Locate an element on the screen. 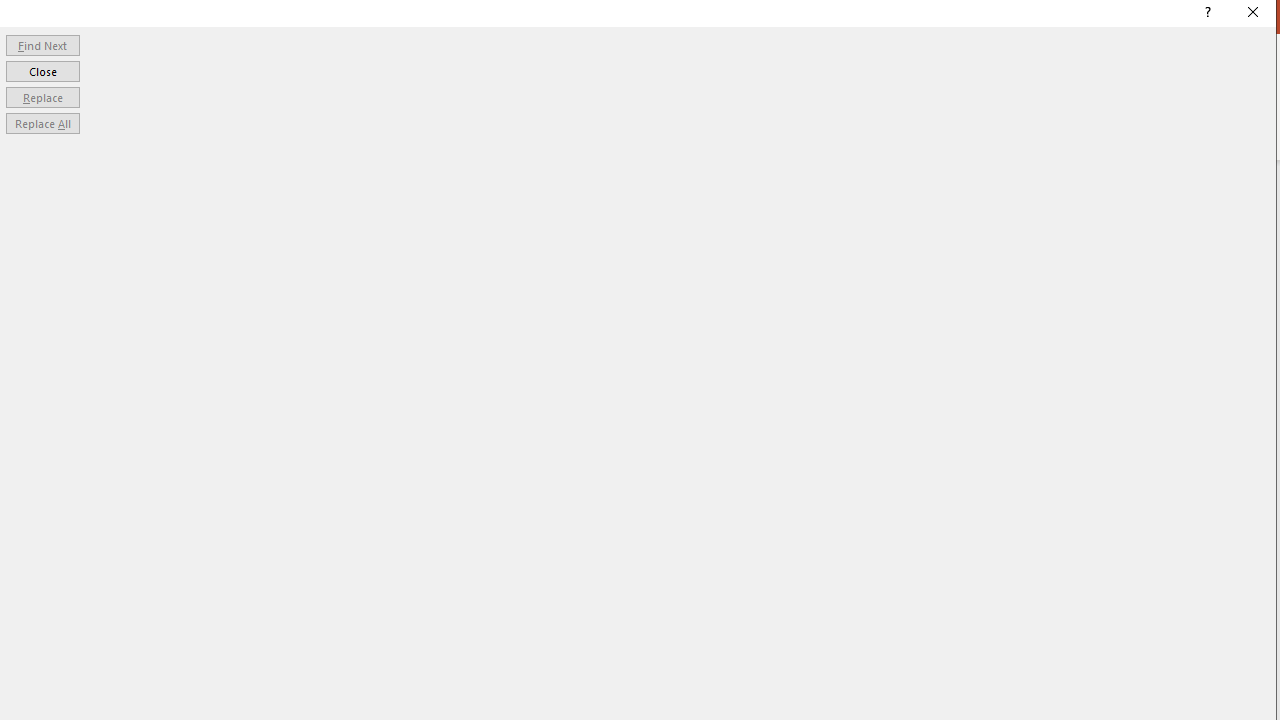 Image resolution: width=1280 pixels, height=720 pixels. 'Replace All' is located at coordinates (42, 123).